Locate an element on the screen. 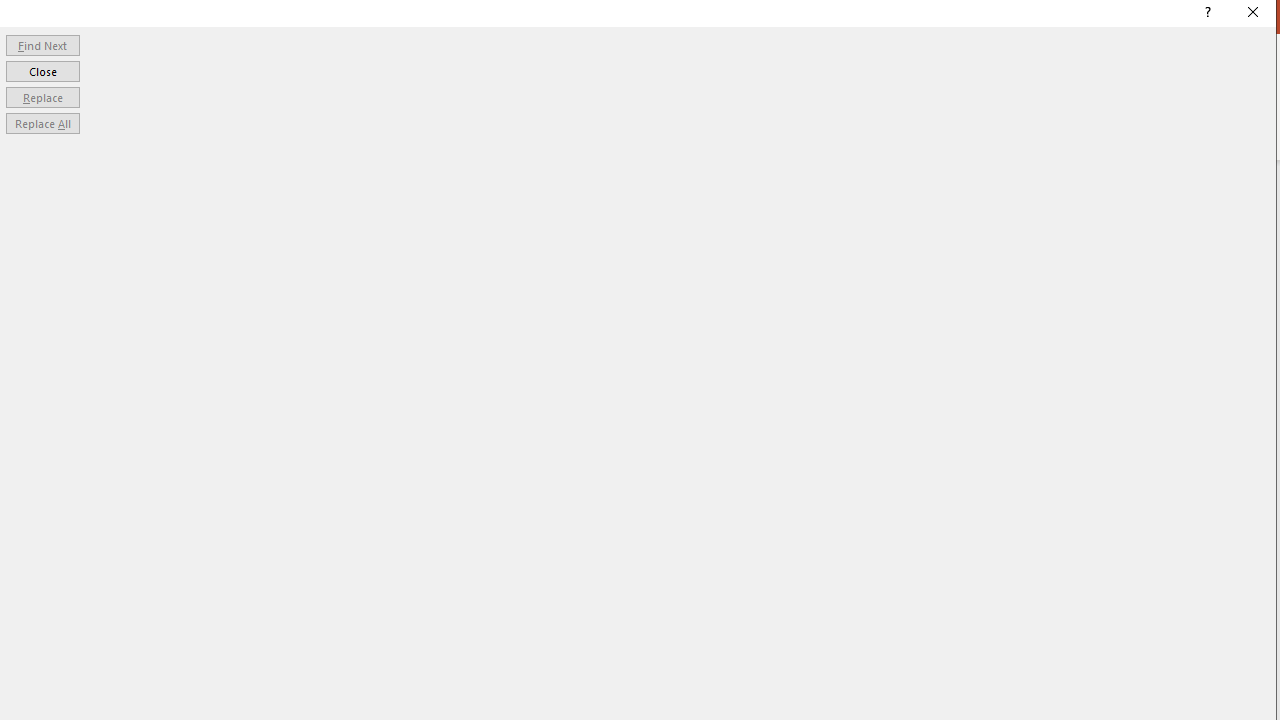 Image resolution: width=1280 pixels, height=720 pixels. 'Replace All' is located at coordinates (42, 123).